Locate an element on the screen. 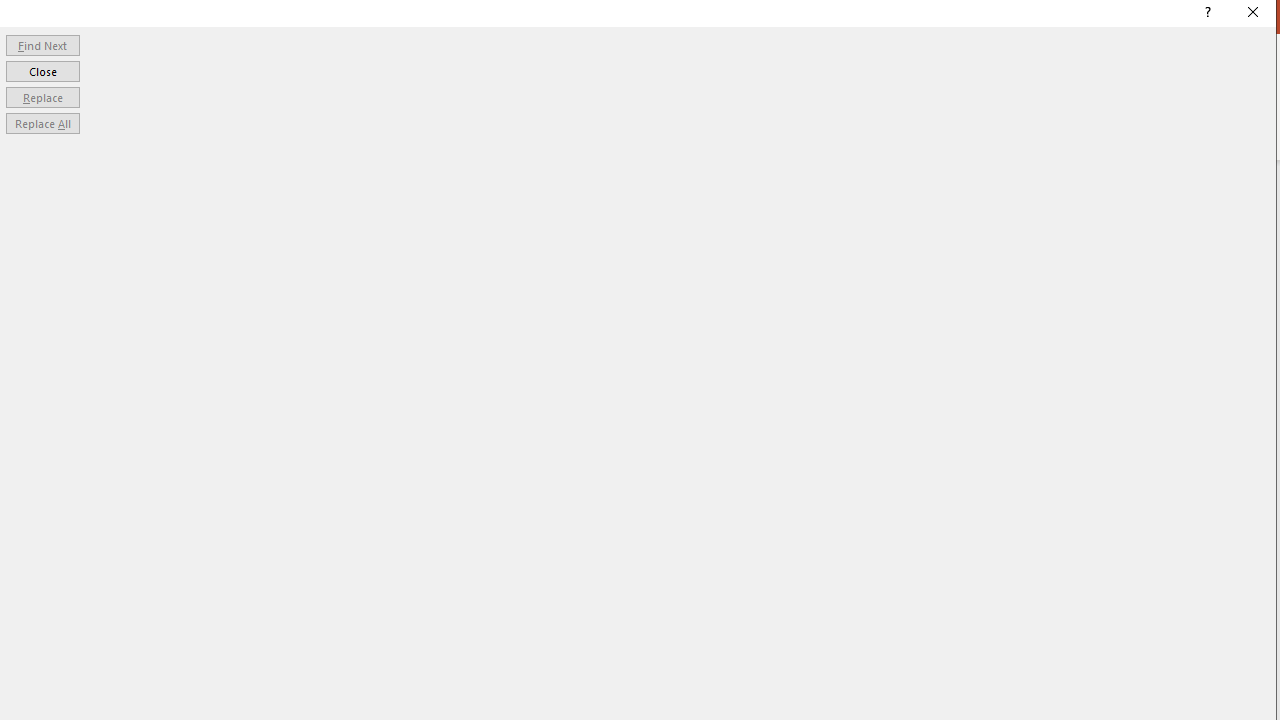 Image resolution: width=1280 pixels, height=720 pixels. 'Replace All' is located at coordinates (42, 123).